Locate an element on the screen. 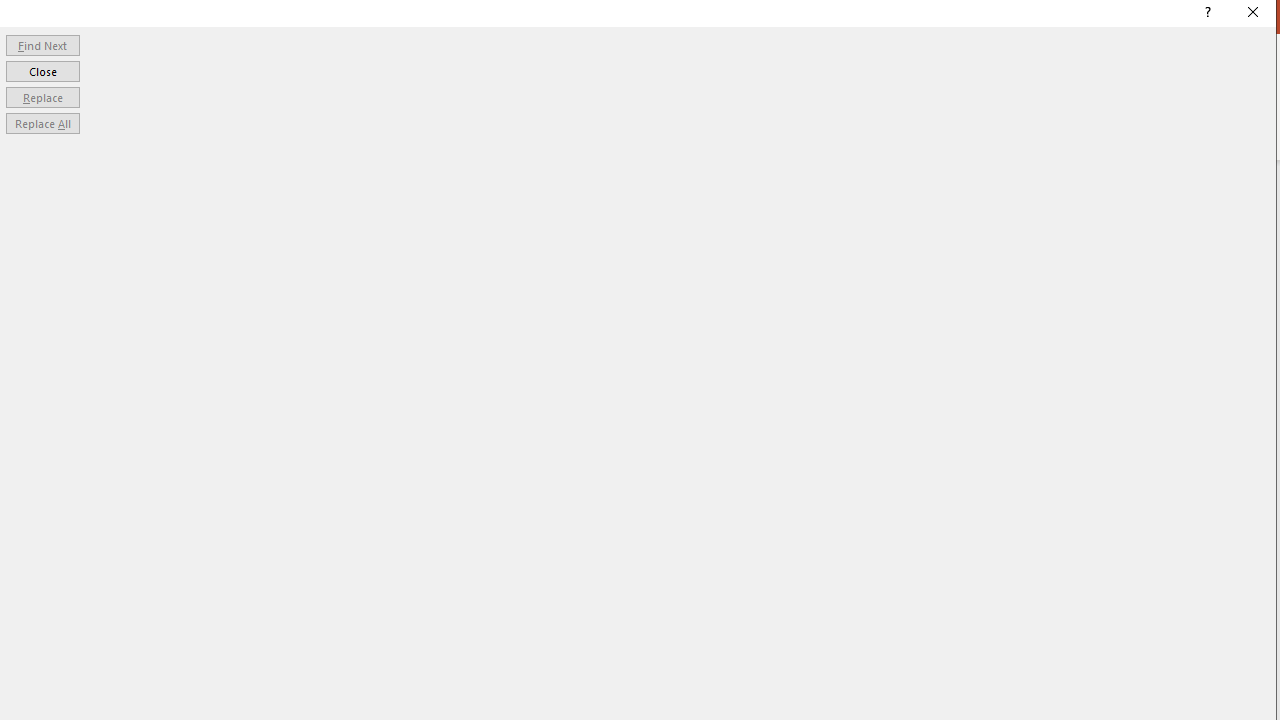 Image resolution: width=1280 pixels, height=720 pixels. 'Replace All' is located at coordinates (42, 123).